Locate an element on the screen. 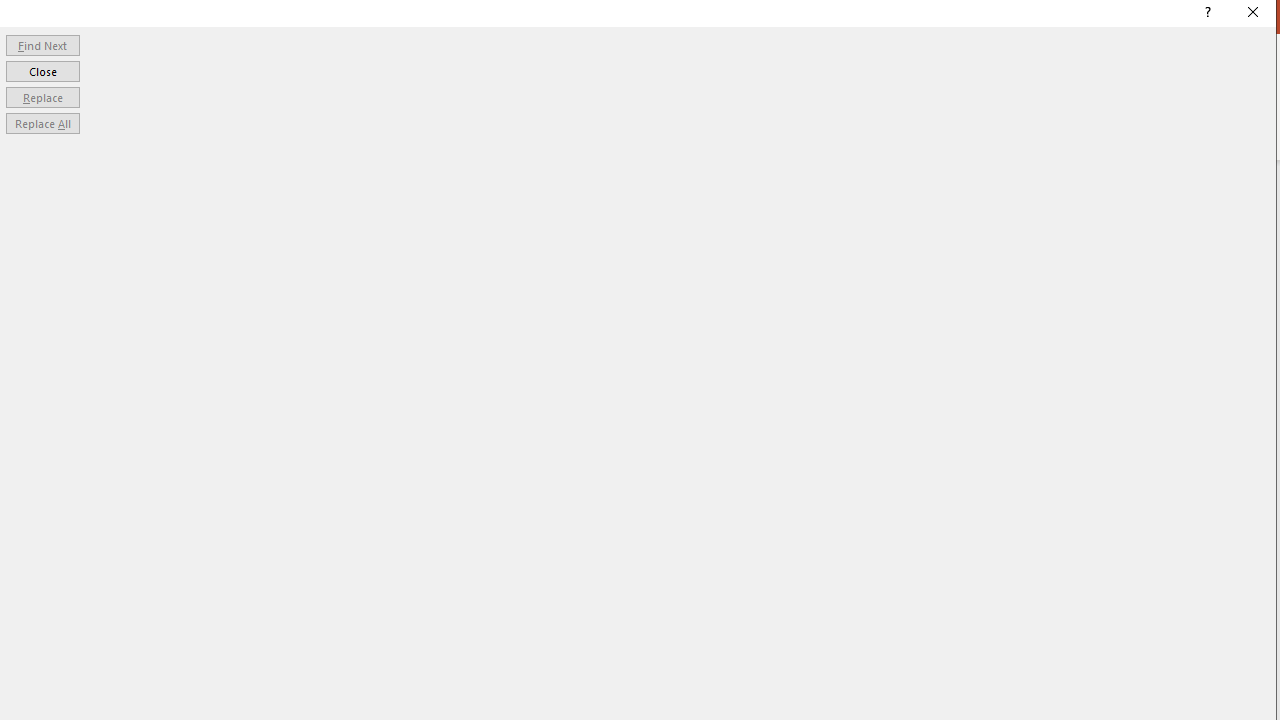 Image resolution: width=1280 pixels, height=720 pixels. 'Replace All' is located at coordinates (42, 123).